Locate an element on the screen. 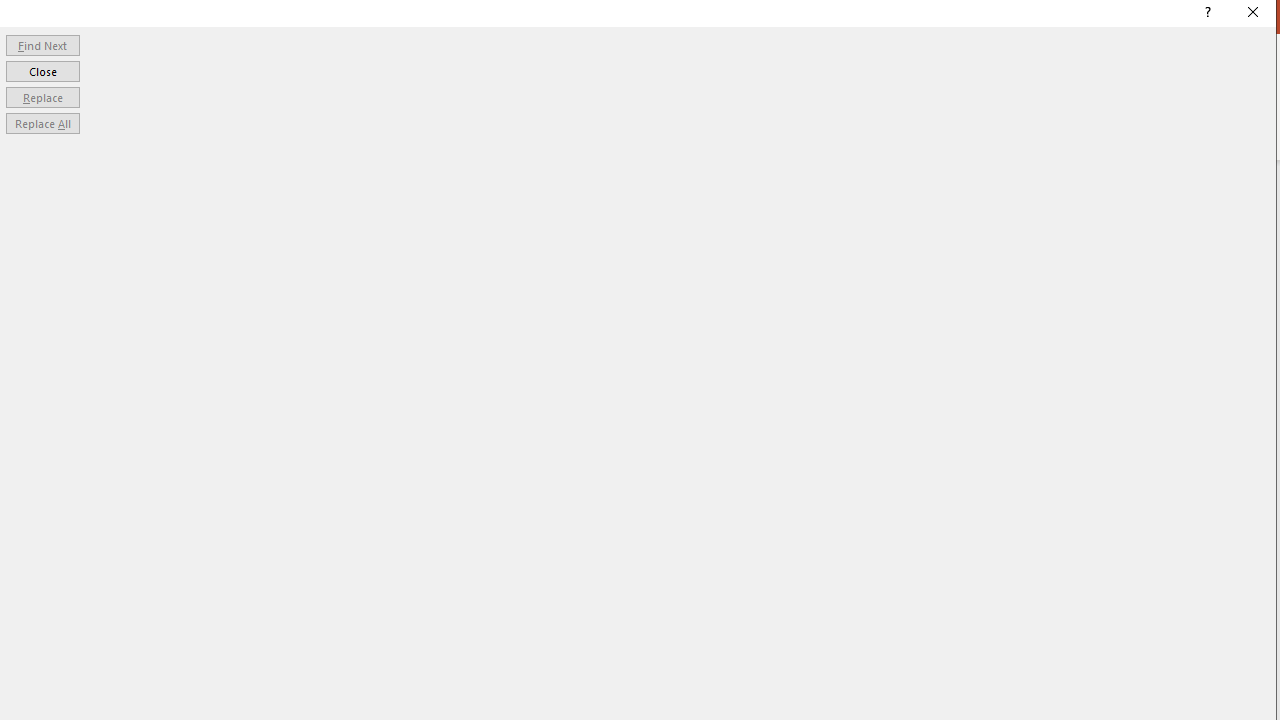 Image resolution: width=1280 pixels, height=720 pixels. 'Replace All' is located at coordinates (42, 123).